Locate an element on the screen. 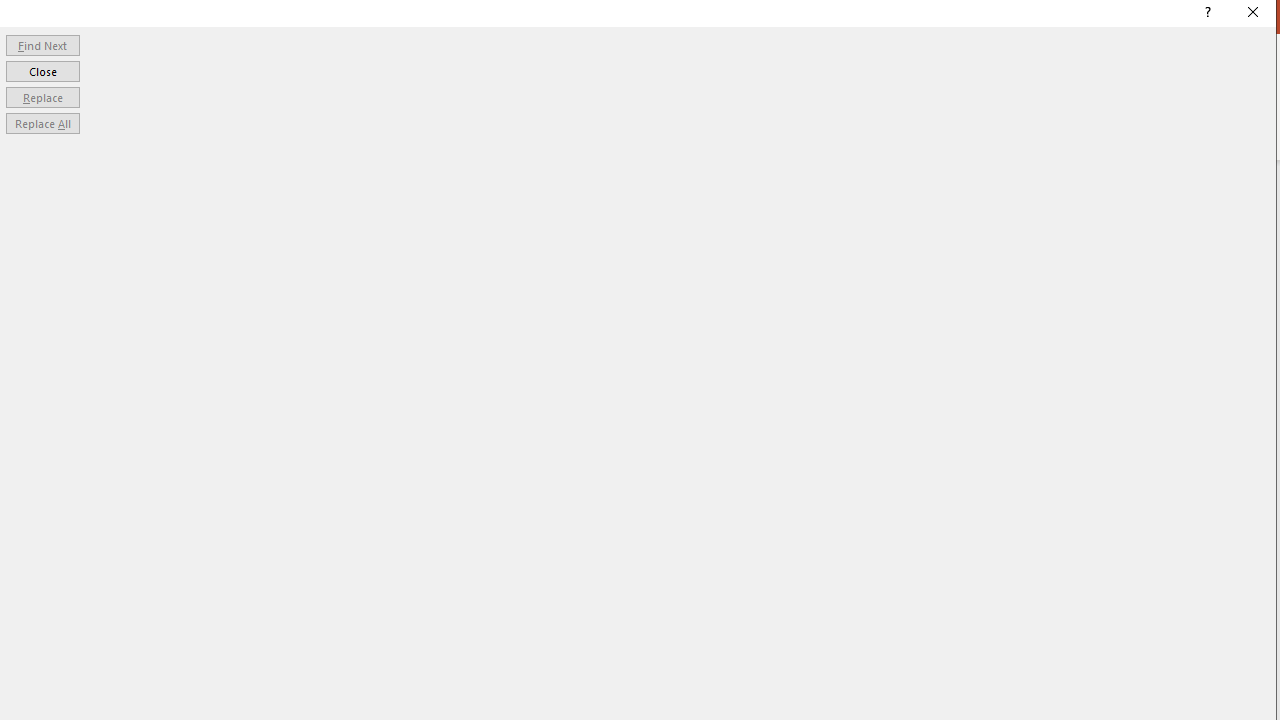 Image resolution: width=1280 pixels, height=720 pixels. 'Replace All' is located at coordinates (42, 123).